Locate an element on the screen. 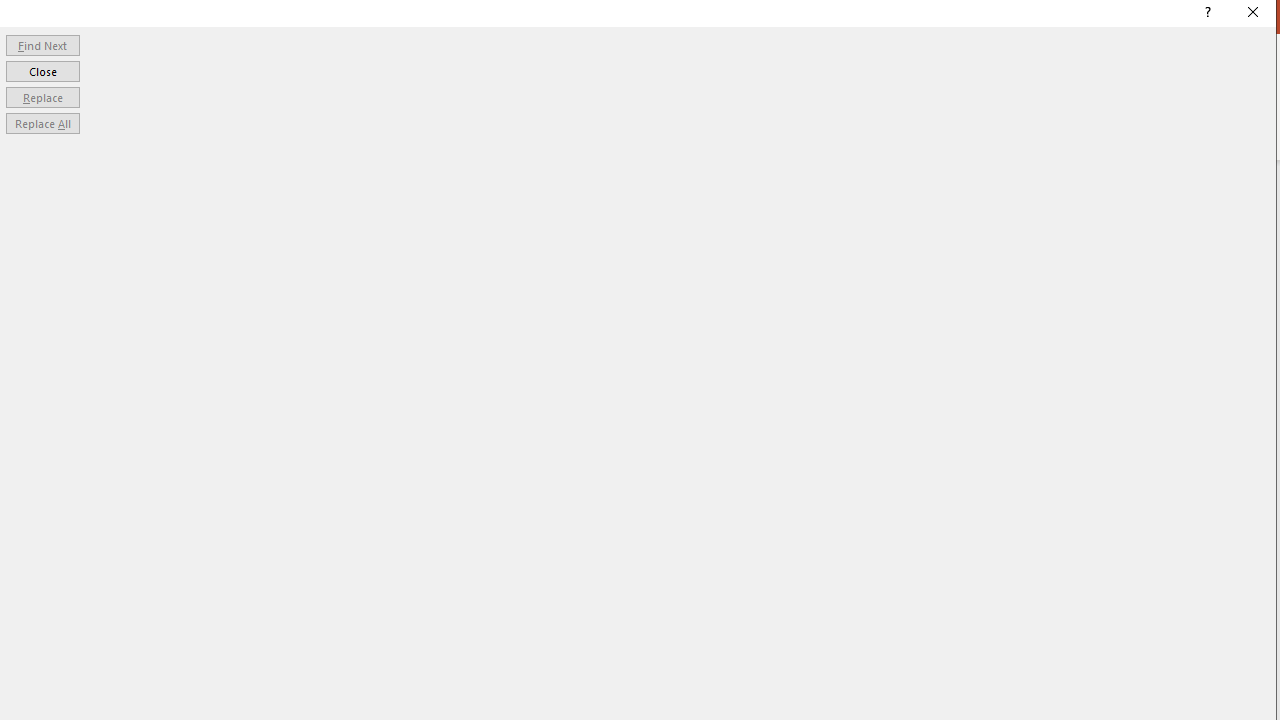 Image resolution: width=1280 pixels, height=720 pixels. 'Replace All' is located at coordinates (42, 123).